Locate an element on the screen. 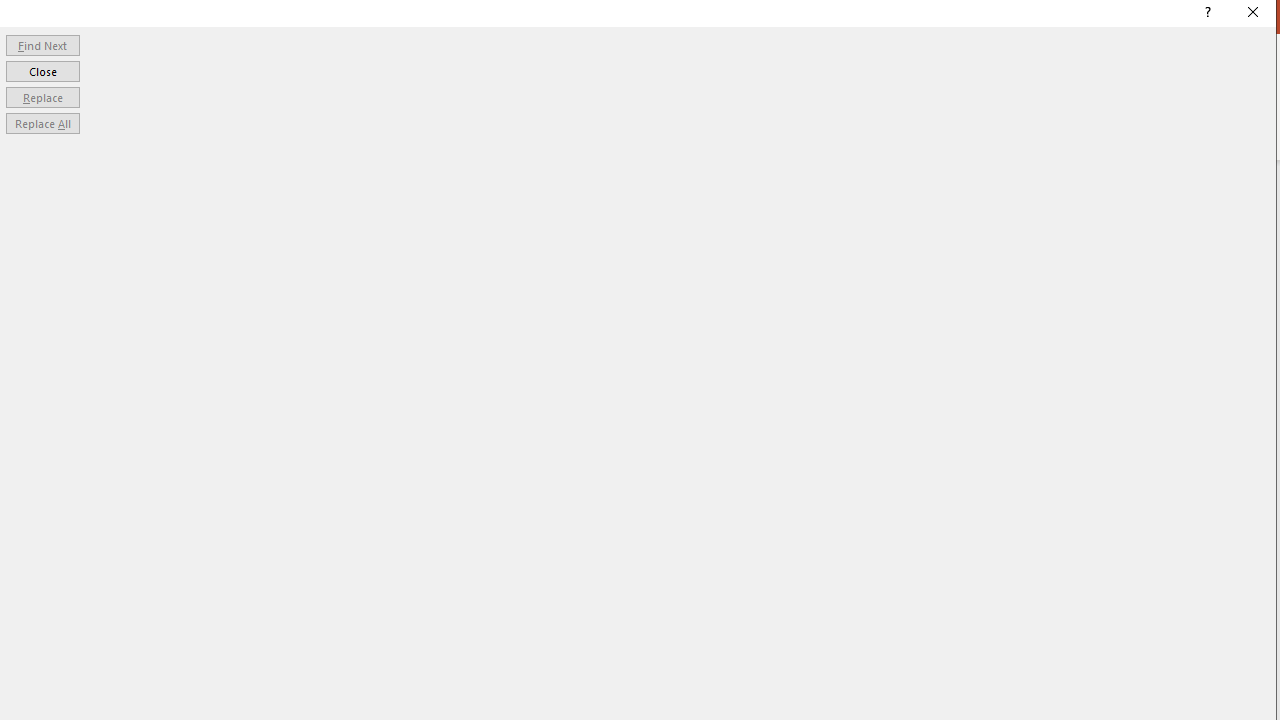 Image resolution: width=1280 pixels, height=720 pixels. 'Replace All' is located at coordinates (42, 123).